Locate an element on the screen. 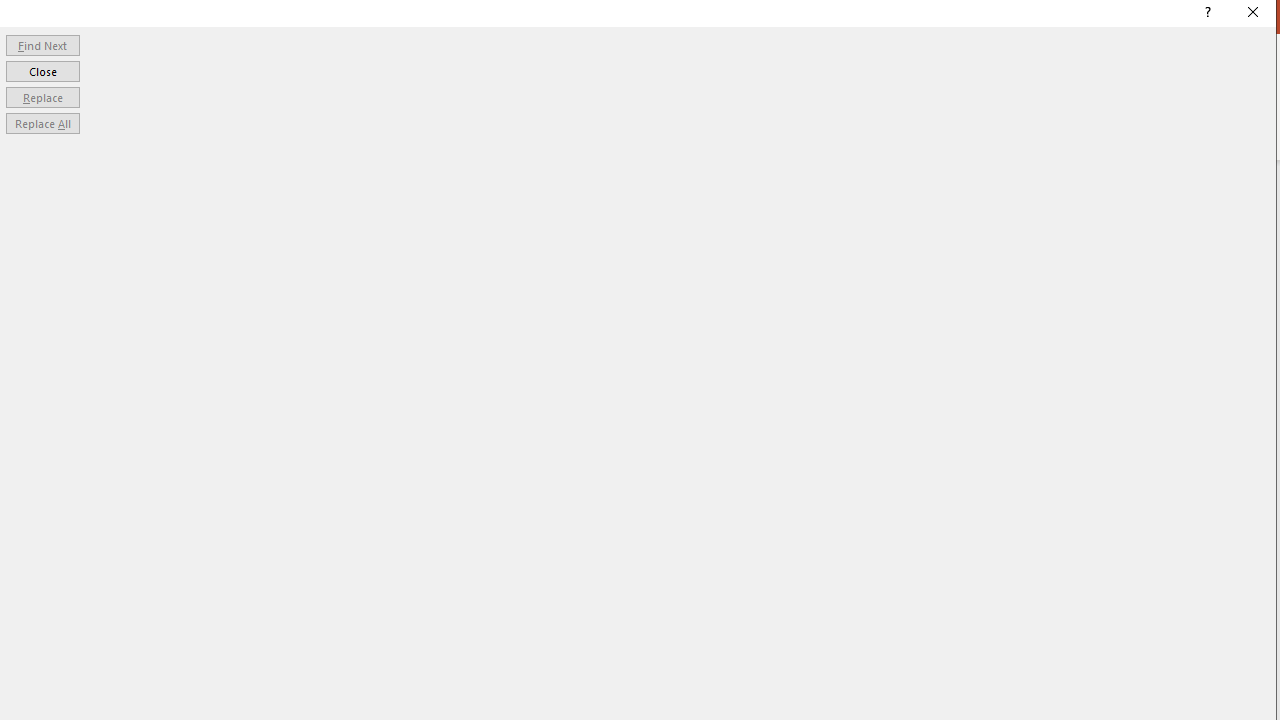 Image resolution: width=1280 pixels, height=720 pixels. 'Replace All' is located at coordinates (42, 123).